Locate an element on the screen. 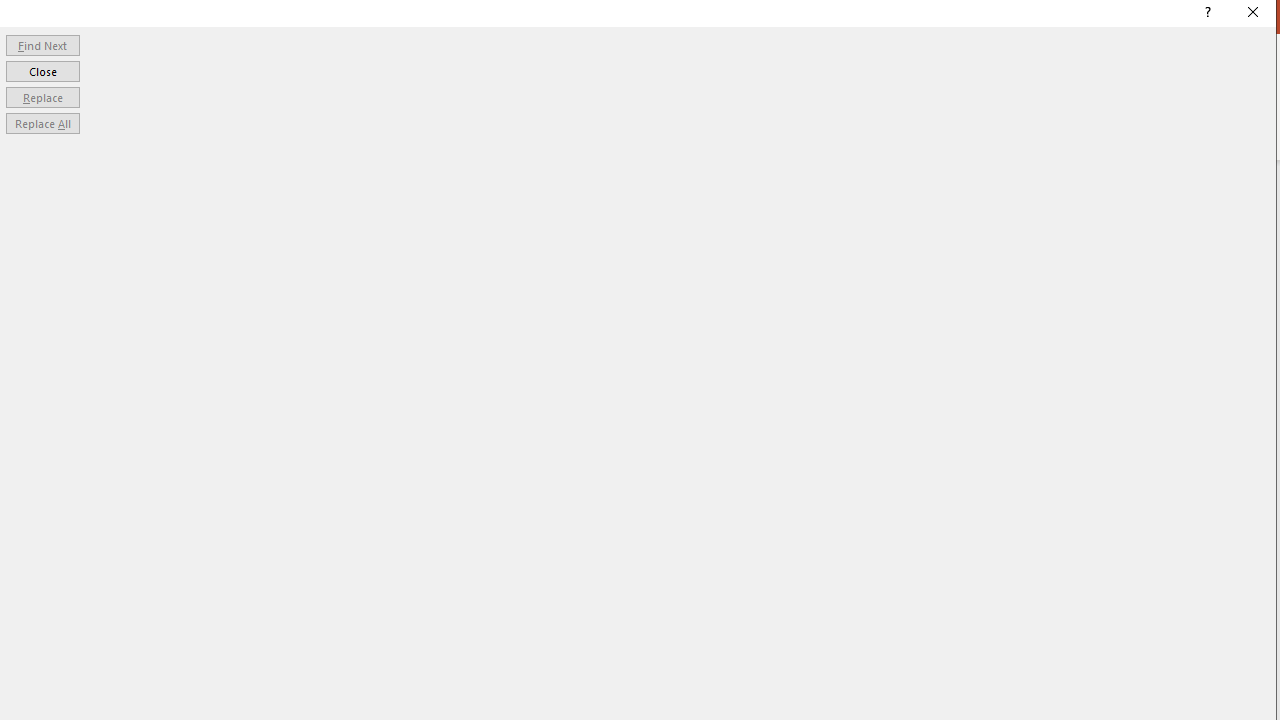 Image resolution: width=1280 pixels, height=720 pixels. 'Replace All' is located at coordinates (42, 123).